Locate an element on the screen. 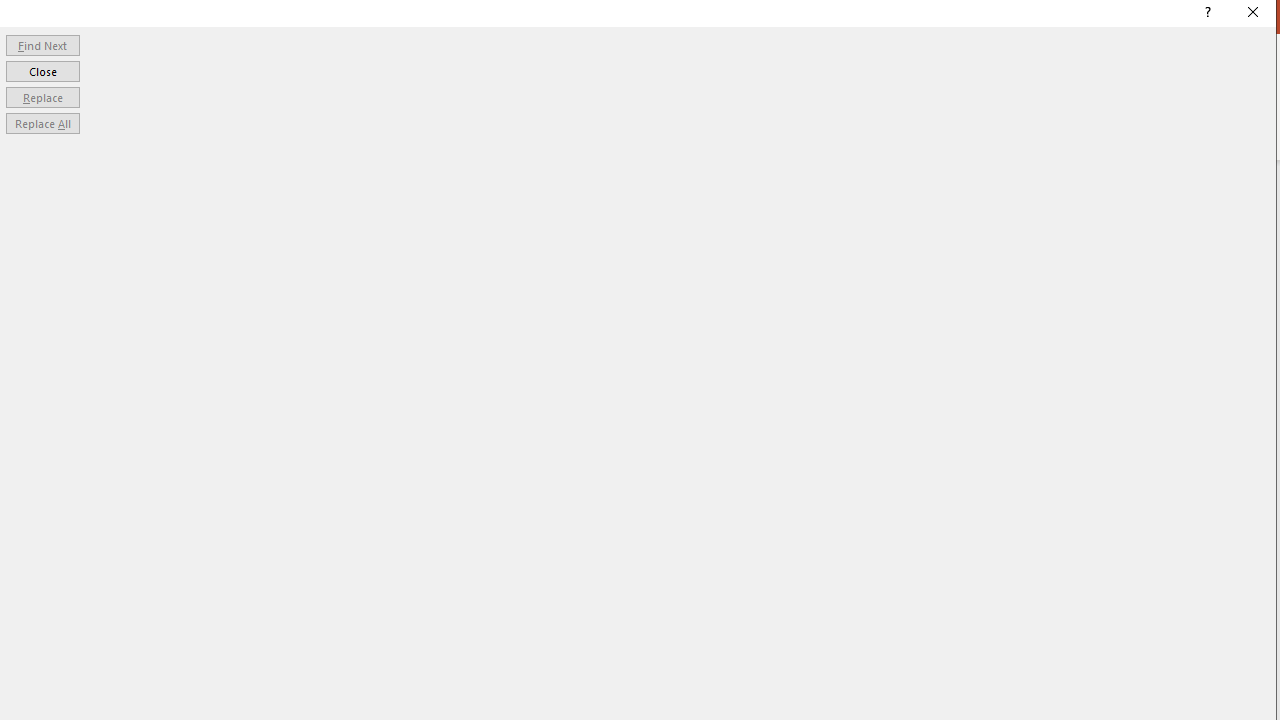 Image resolution: width=1280 pixels, height=720 pixels. 'Replace All' is located at coordinates (42, 123).